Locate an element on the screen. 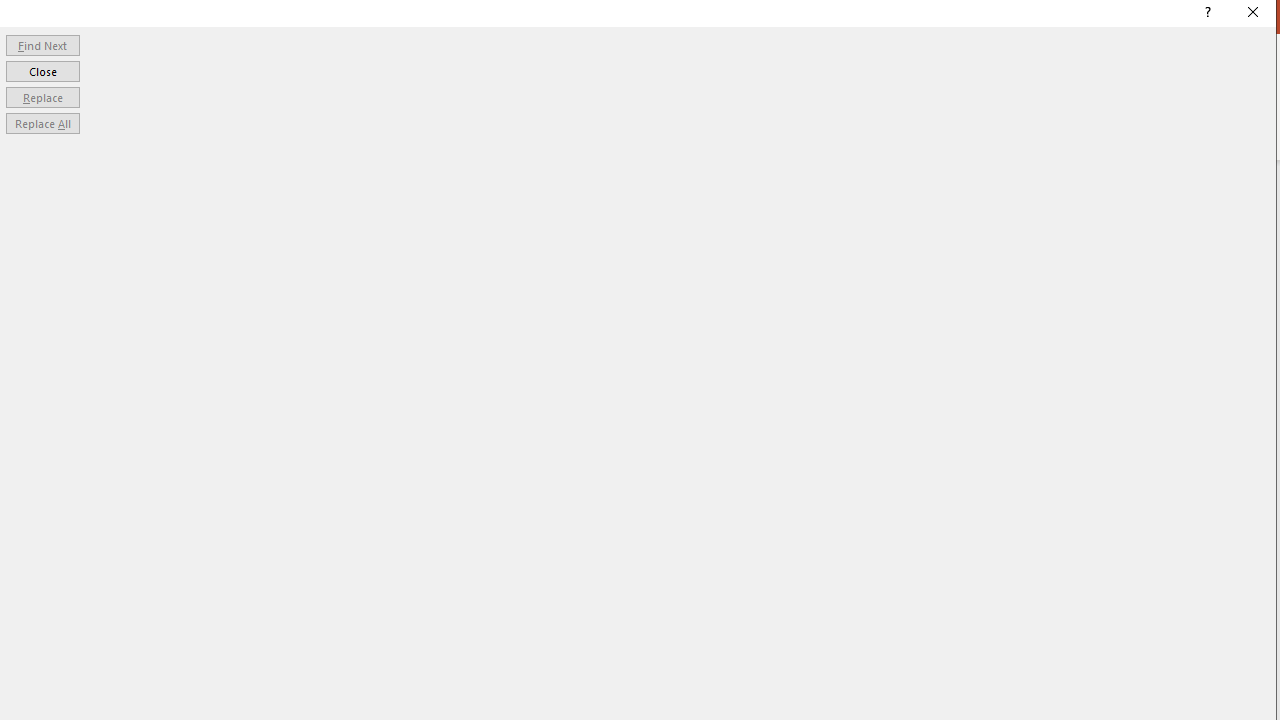 Image resolution: width=1280 pixels, height=720 pixels. 'Replace All' is located at coordinates (42, 123).